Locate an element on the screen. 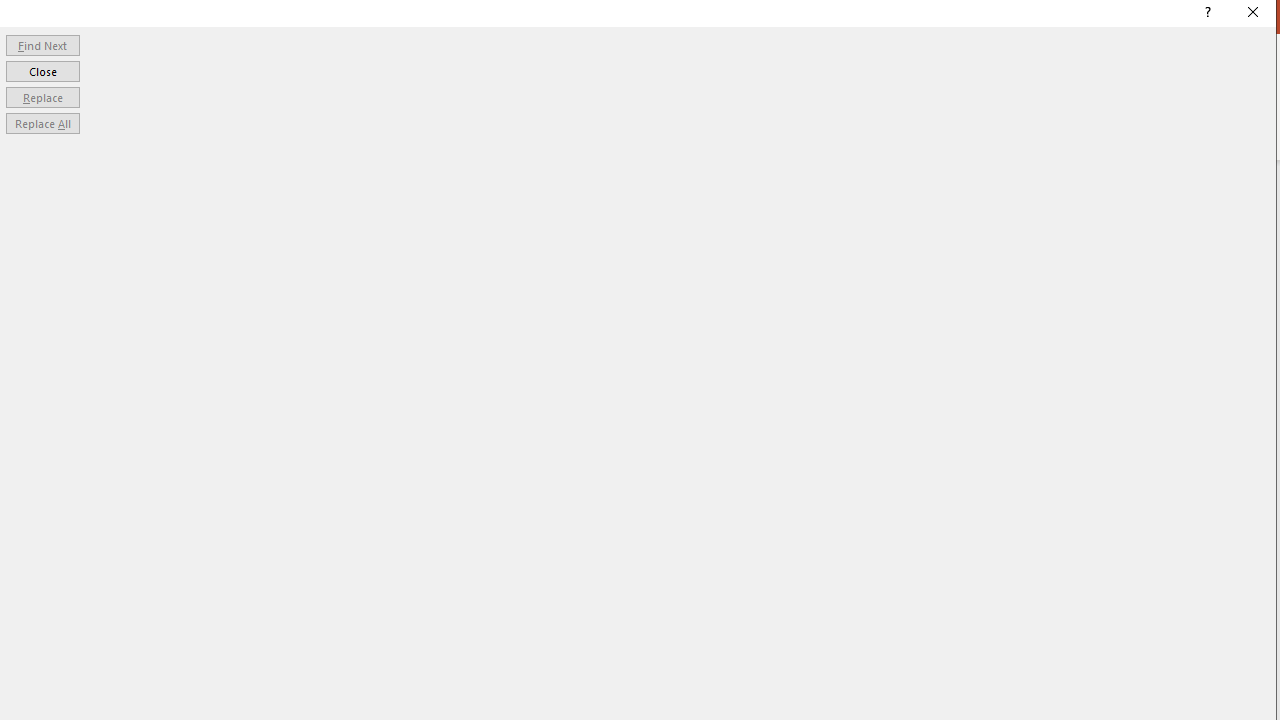 Image resolution: width=1280 pixels, height=720 pixels. 'Replace All' is located at coordinates (42, 123).